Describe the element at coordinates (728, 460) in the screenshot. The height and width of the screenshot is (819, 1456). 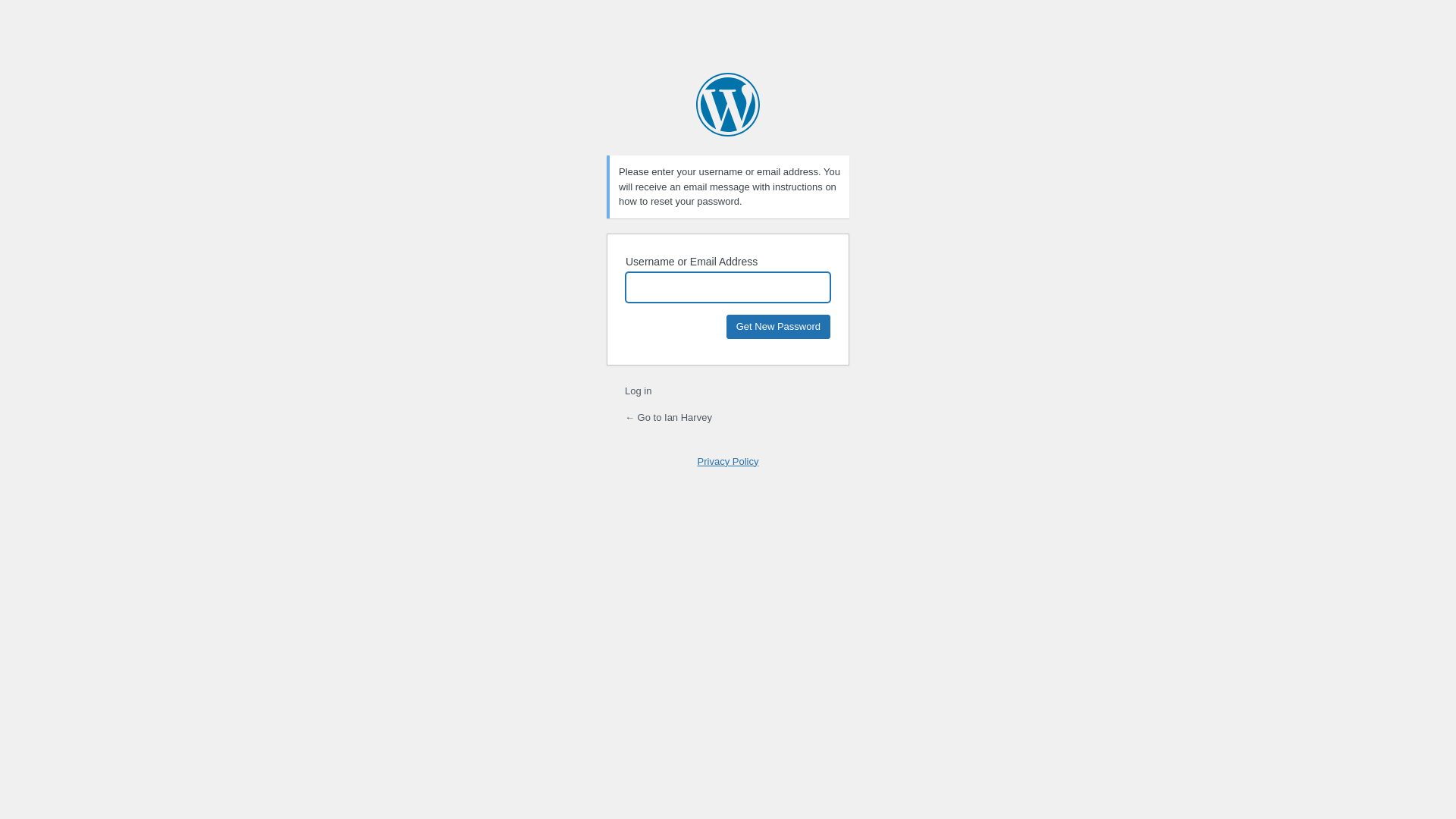
I see `'Privacy Policy'` at that location.